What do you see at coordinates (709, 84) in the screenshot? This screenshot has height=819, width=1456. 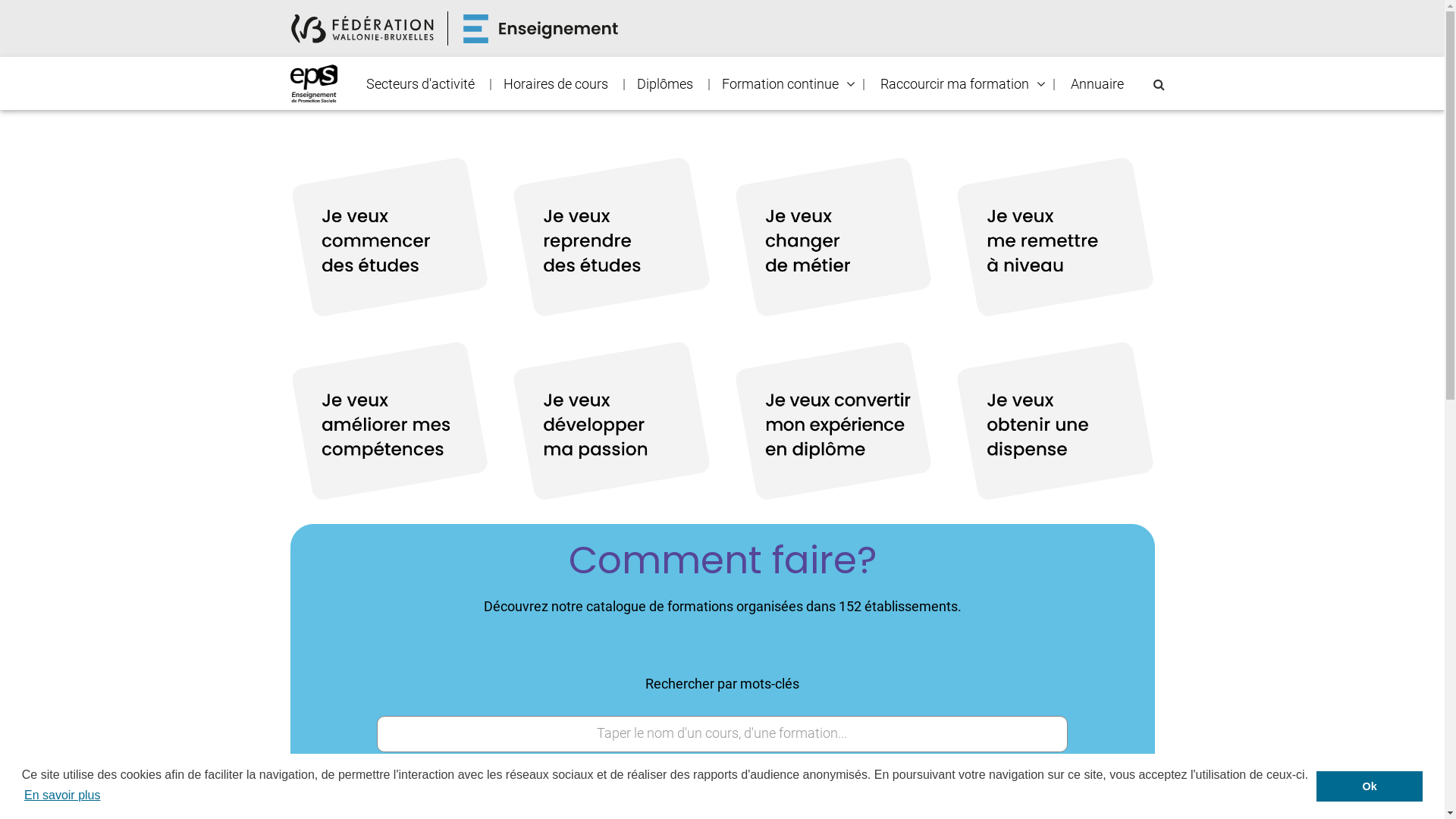 I see `'Formation continue'` at bounding box center [709, 84].